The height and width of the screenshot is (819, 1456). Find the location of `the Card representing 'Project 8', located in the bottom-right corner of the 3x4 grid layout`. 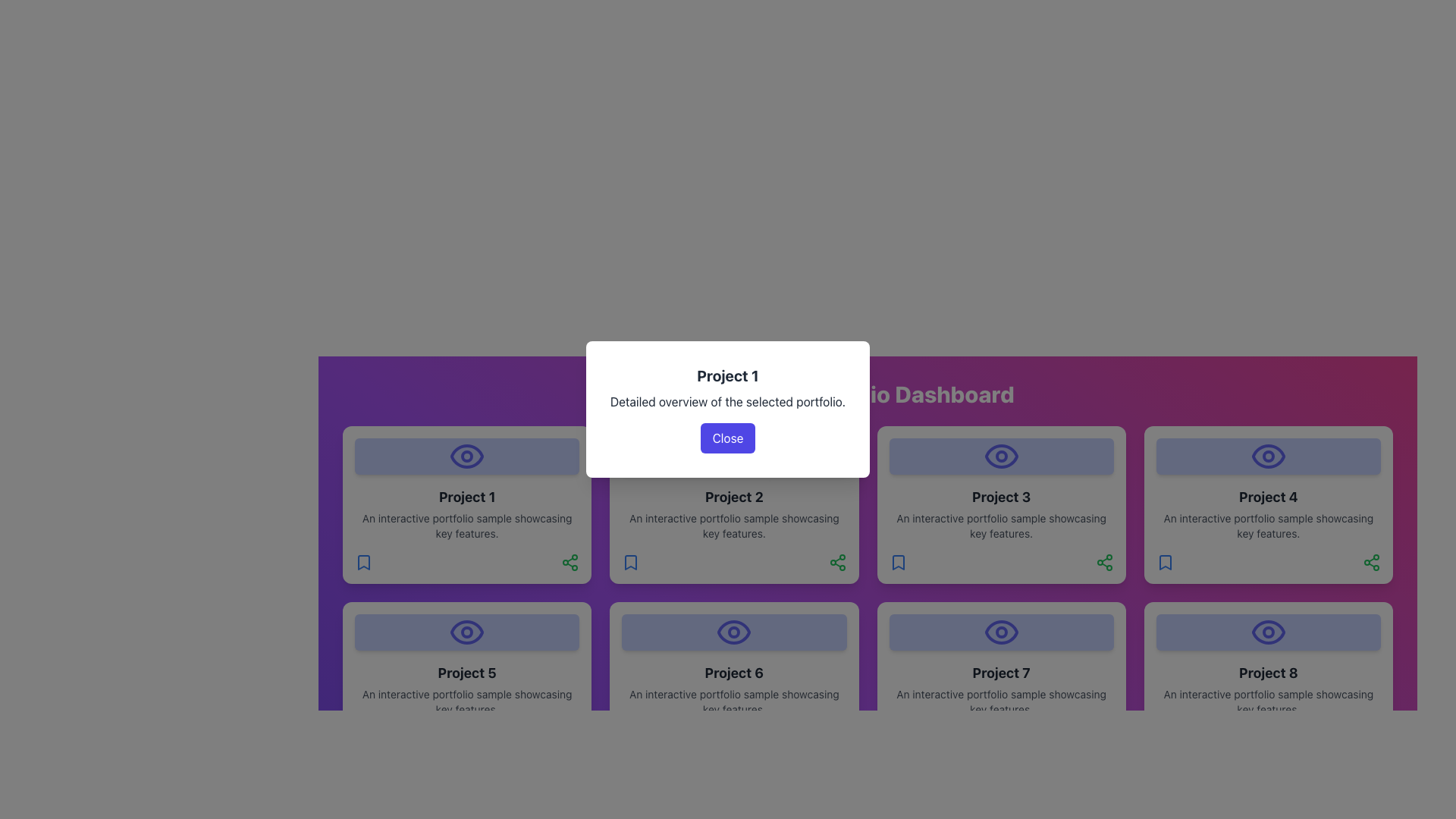

the Card representing 'Project 8', located in the bottom-right corner of the 3x4 grid layout is located at coordinates (1268, 680).